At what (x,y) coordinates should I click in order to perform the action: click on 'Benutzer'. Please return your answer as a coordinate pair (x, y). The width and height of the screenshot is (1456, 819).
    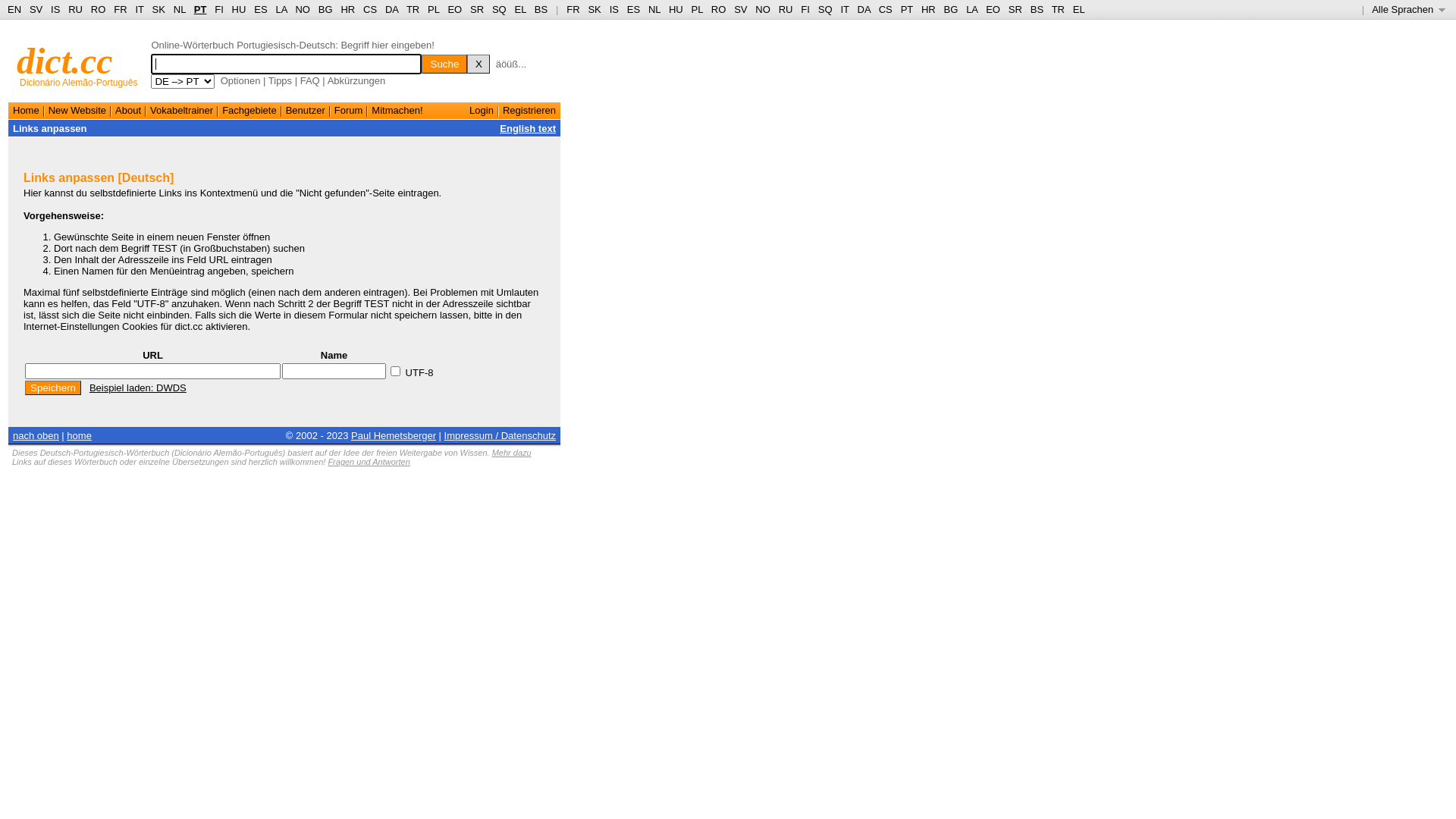
    Looking at the image, I should click on (286, 109).